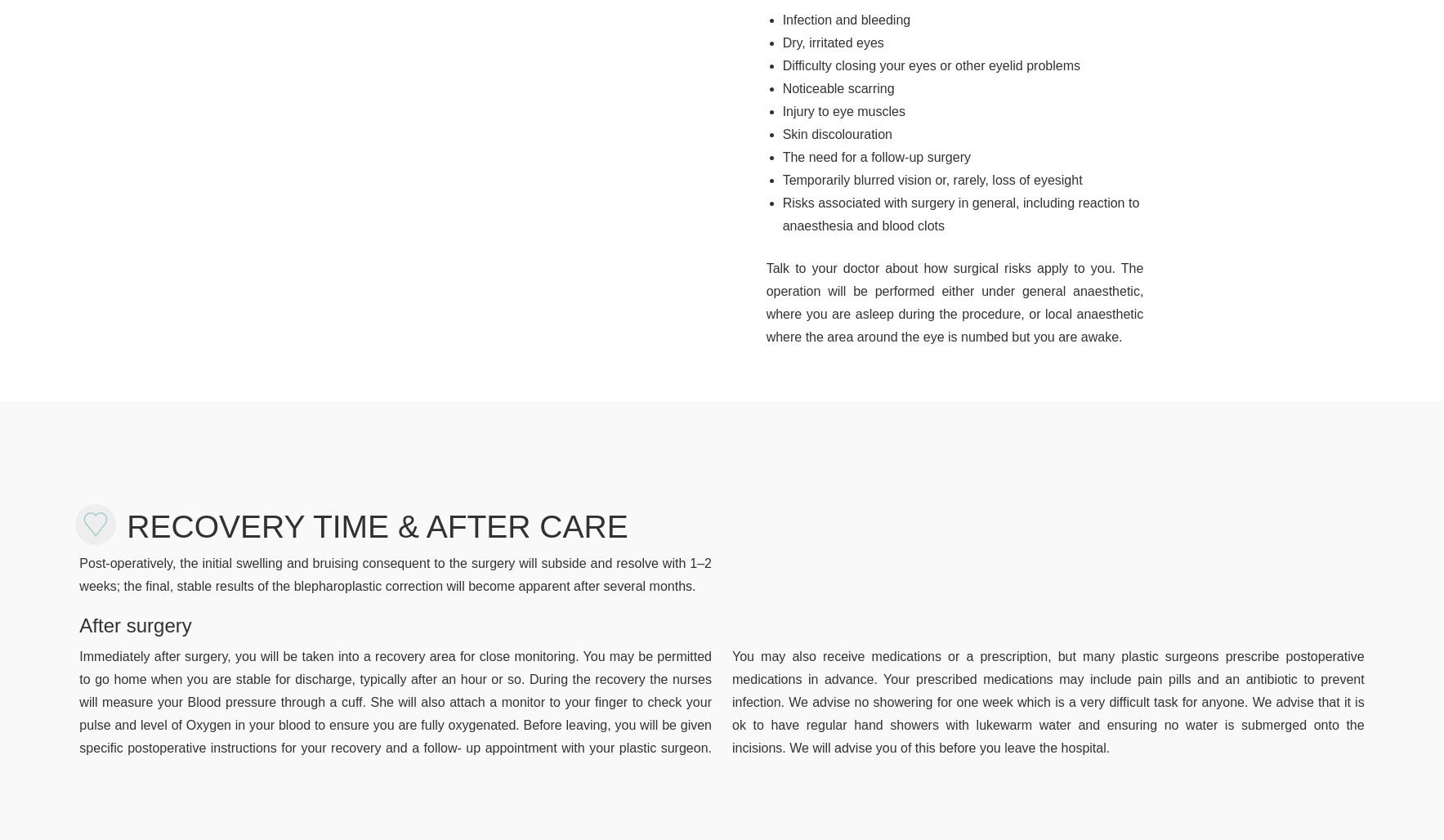  What do you see at coordinates (954, 301) in the screenshot?
I see `'Talk to your doctor about how surgical risks apply to you. The operation will be performed either under general anaesthetic, where you are asleep during the procedure, or local anaesthetic where the area around the eye is numbed but you are awake.'` at bounding box center [954, 301].